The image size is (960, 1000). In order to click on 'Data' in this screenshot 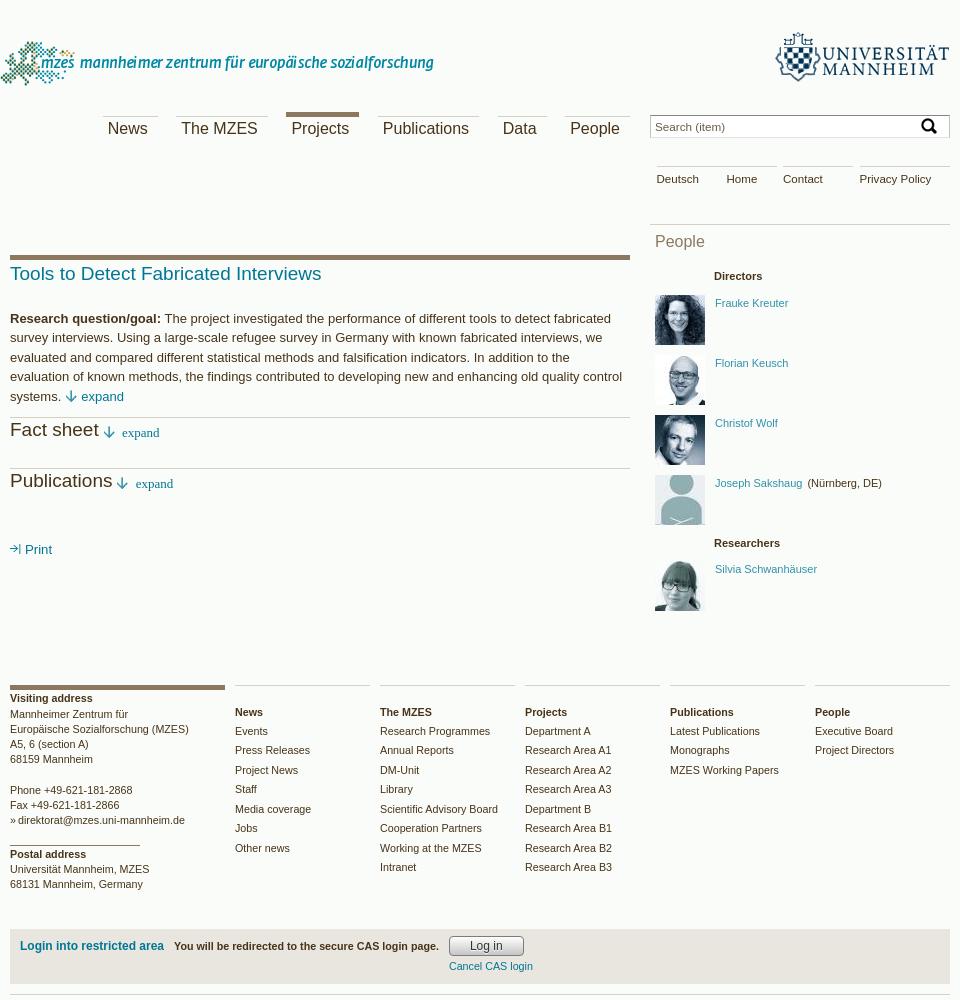, I will do `click(500, 128)`.